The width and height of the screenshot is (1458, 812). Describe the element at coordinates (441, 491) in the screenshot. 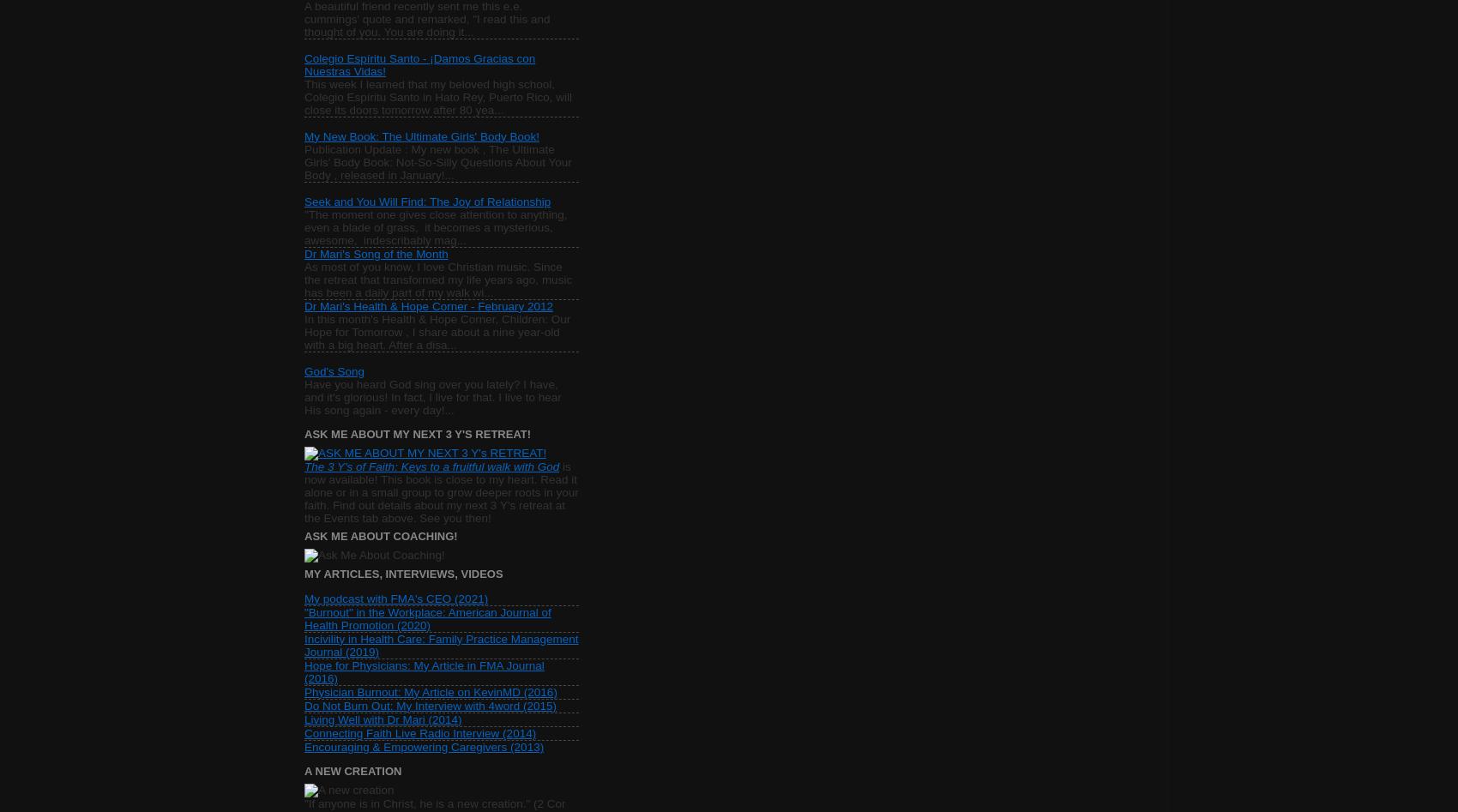

I see `'is now available! This book is close to my heart. Read it alone or in a small group to grow deeper roots in your faith. Find out details about my next 3 Y's retreat at the Events tab above. See you then!'` at that location.